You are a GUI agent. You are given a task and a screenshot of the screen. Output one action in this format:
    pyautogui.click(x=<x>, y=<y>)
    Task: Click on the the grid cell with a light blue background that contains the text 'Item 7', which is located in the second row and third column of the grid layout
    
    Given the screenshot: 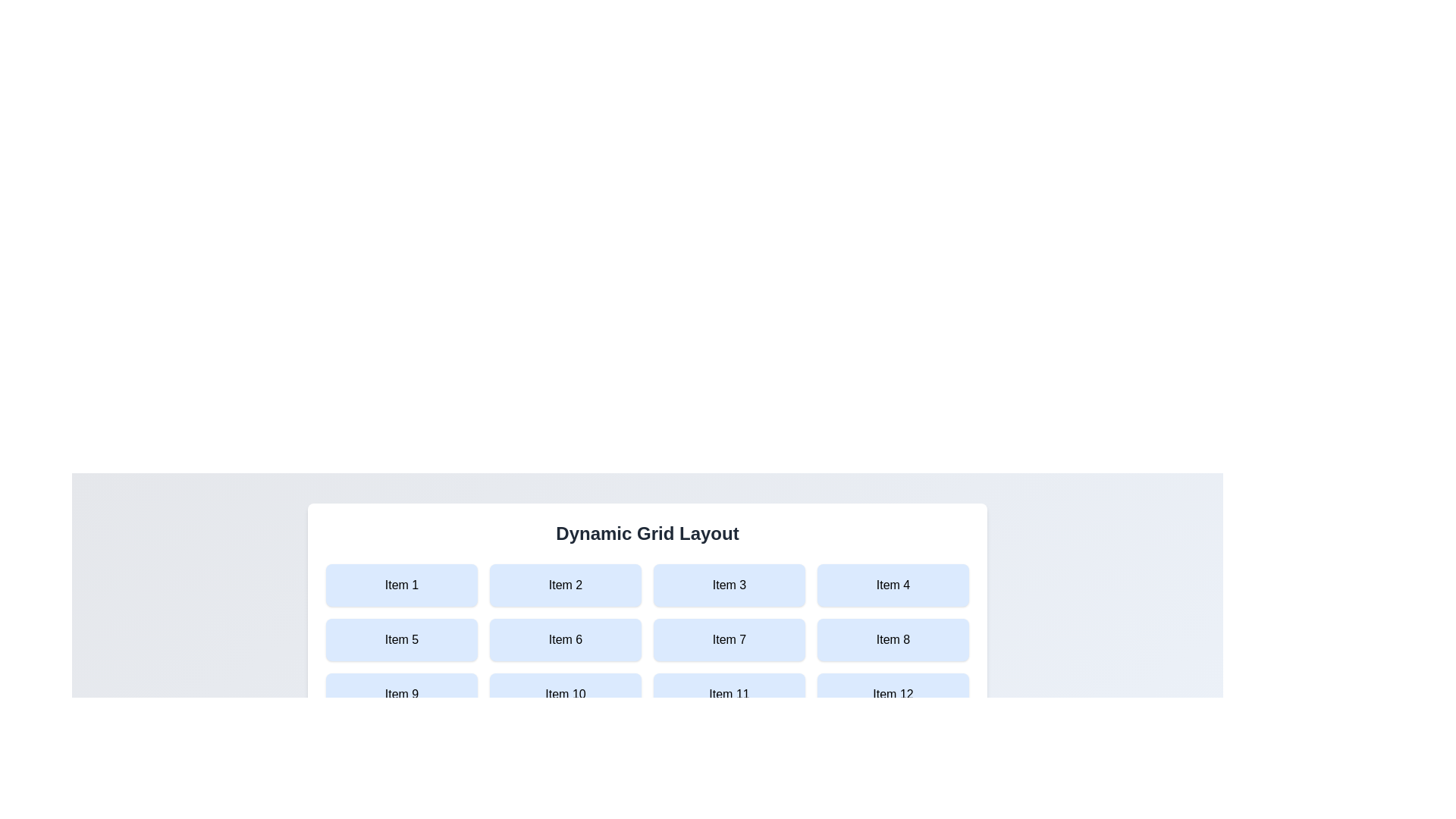 What is the action you would take?
    pyautogui.click(x=729, y=640)
    